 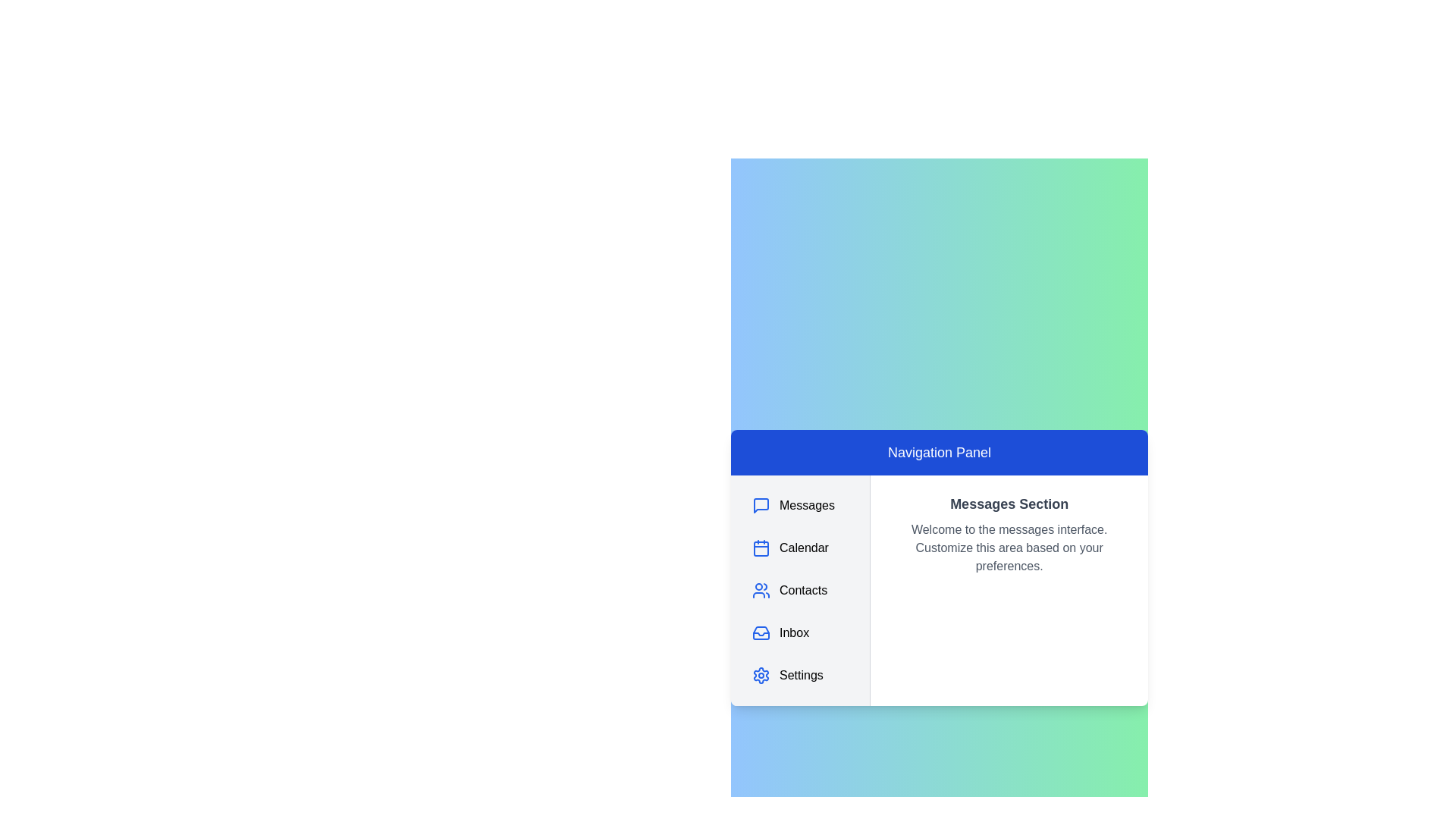 What do you see at coordinates (799, 548) in the screenshot?
I see `the navigation item Calendar to highlight it` at bounding box center [799, 548].